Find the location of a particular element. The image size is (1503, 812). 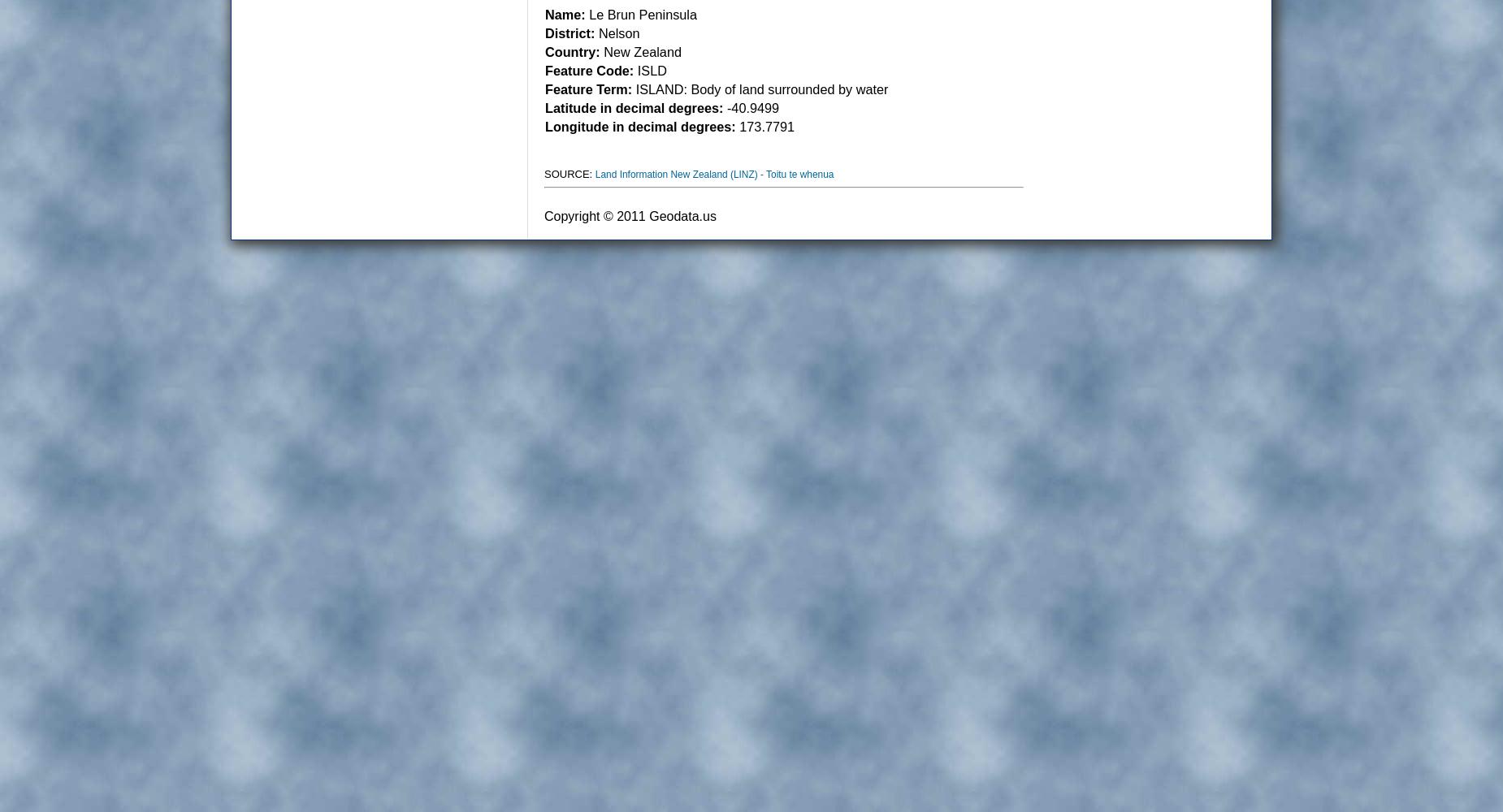

'Feature Code:' is located at coordinates (589, 70).